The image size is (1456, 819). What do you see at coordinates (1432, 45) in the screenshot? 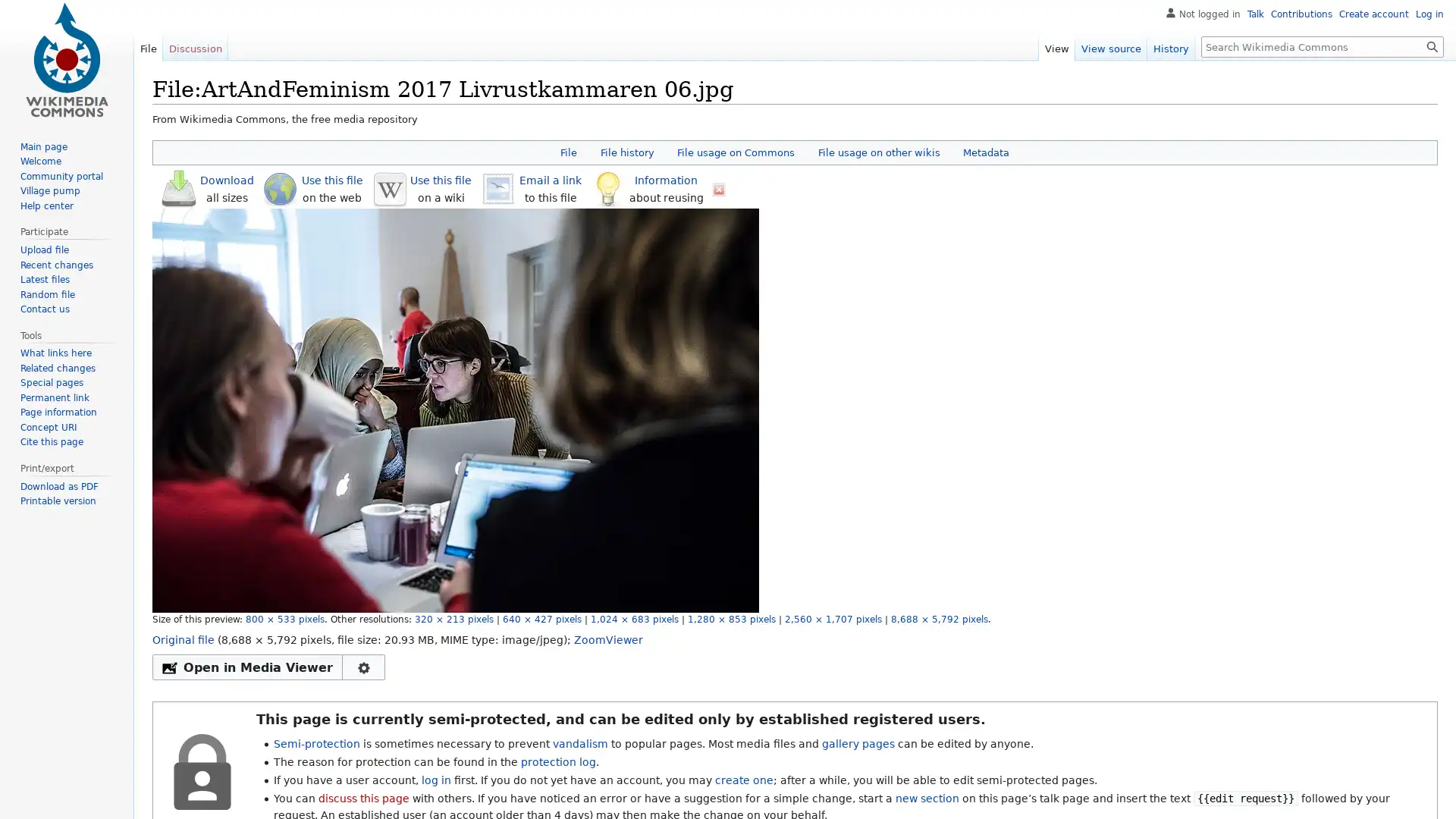
I see `Go` at bounding box center [1432, 45].